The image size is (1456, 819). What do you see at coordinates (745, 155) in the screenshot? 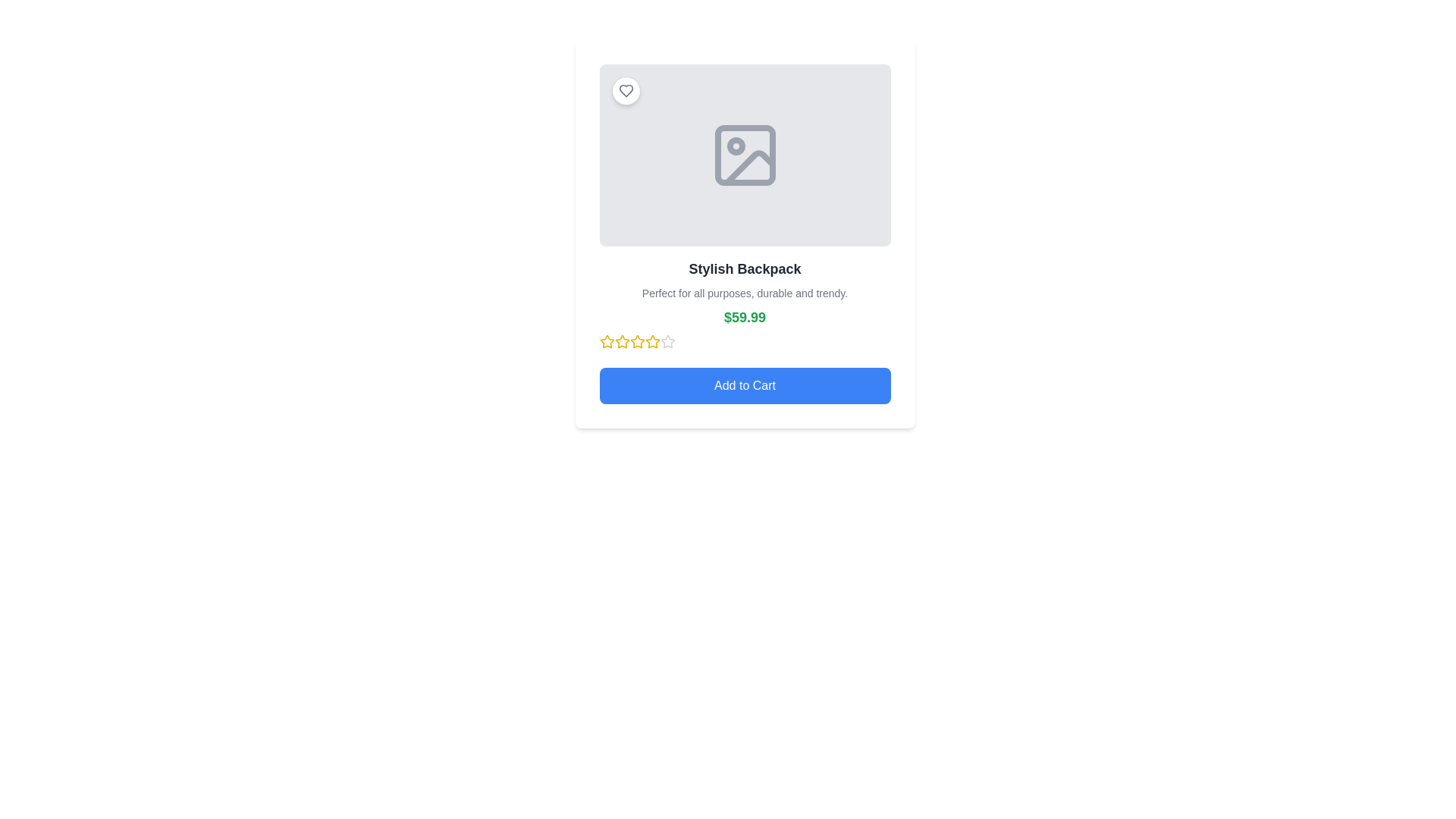
I see `the image placeholder element located at the top of the card layout, which has a light gray background and an image placeholder icon in the center` at bounding box center [745, 155].